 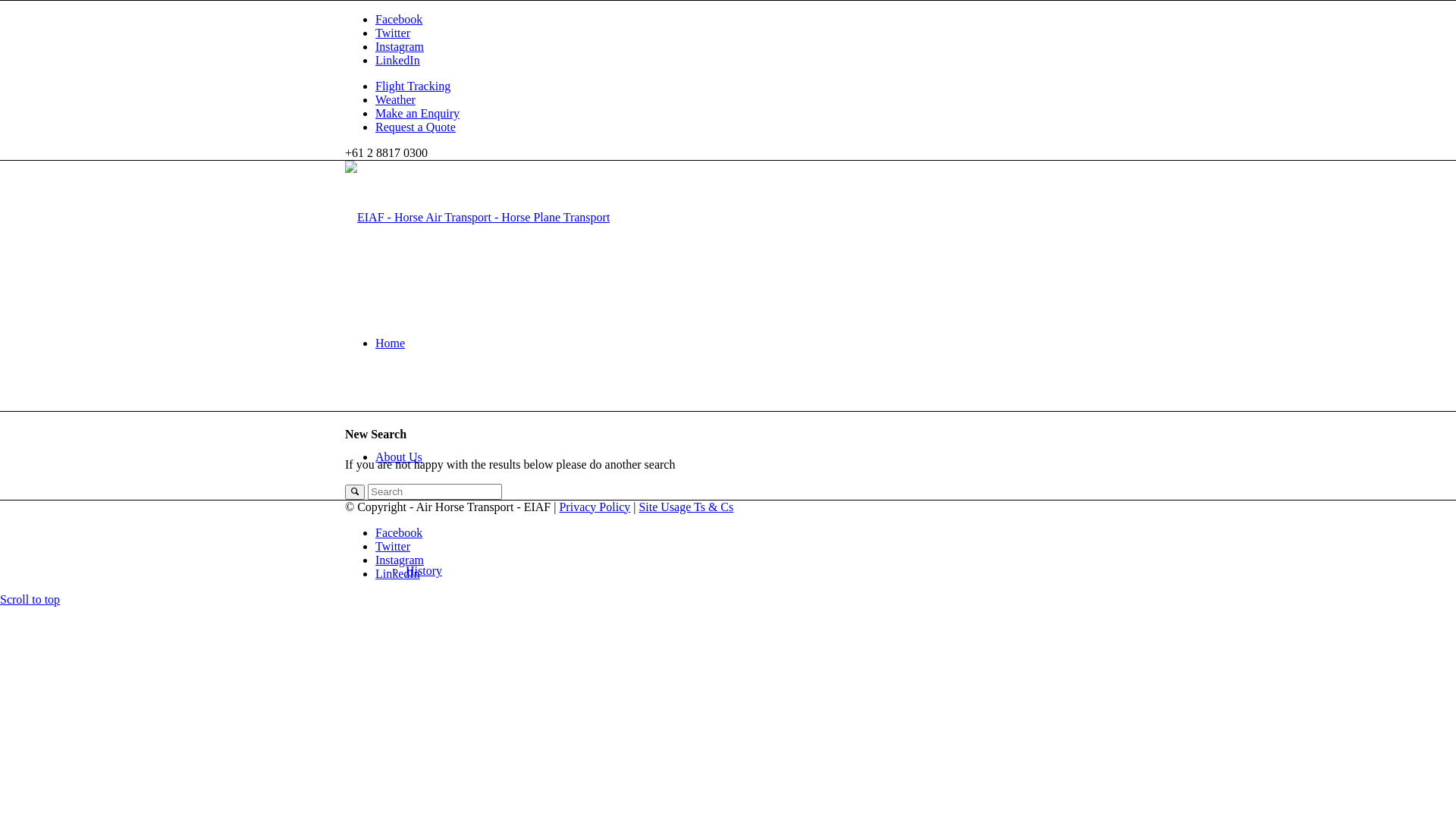 What do you see at coordinates (415, 126) in the screenshot?
I see `'Request a Quote'` at bounding box center [415, 126].